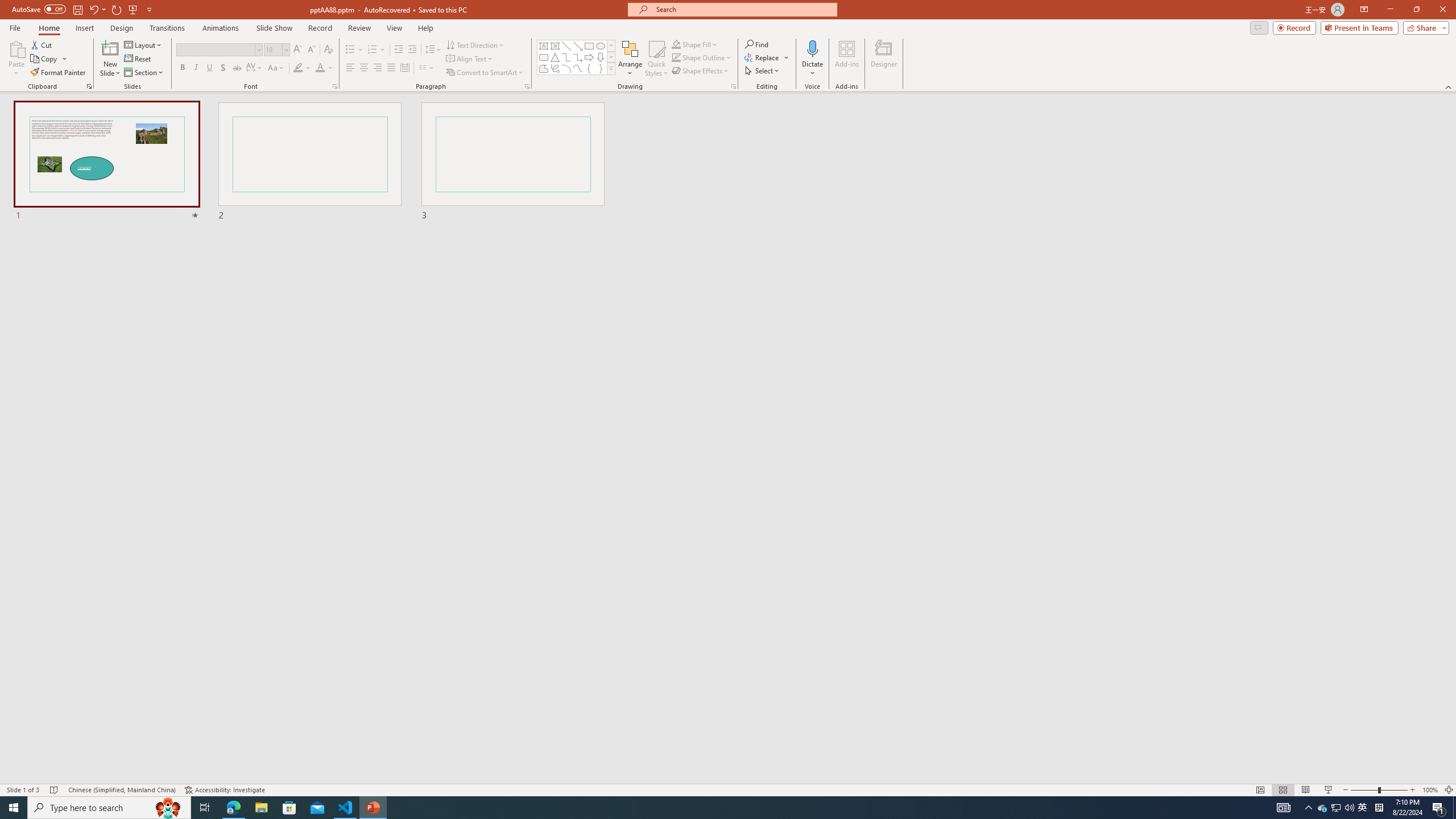 This screenshot has height=819, width=1456. I want to click on 'Font...', so click(334, 85).